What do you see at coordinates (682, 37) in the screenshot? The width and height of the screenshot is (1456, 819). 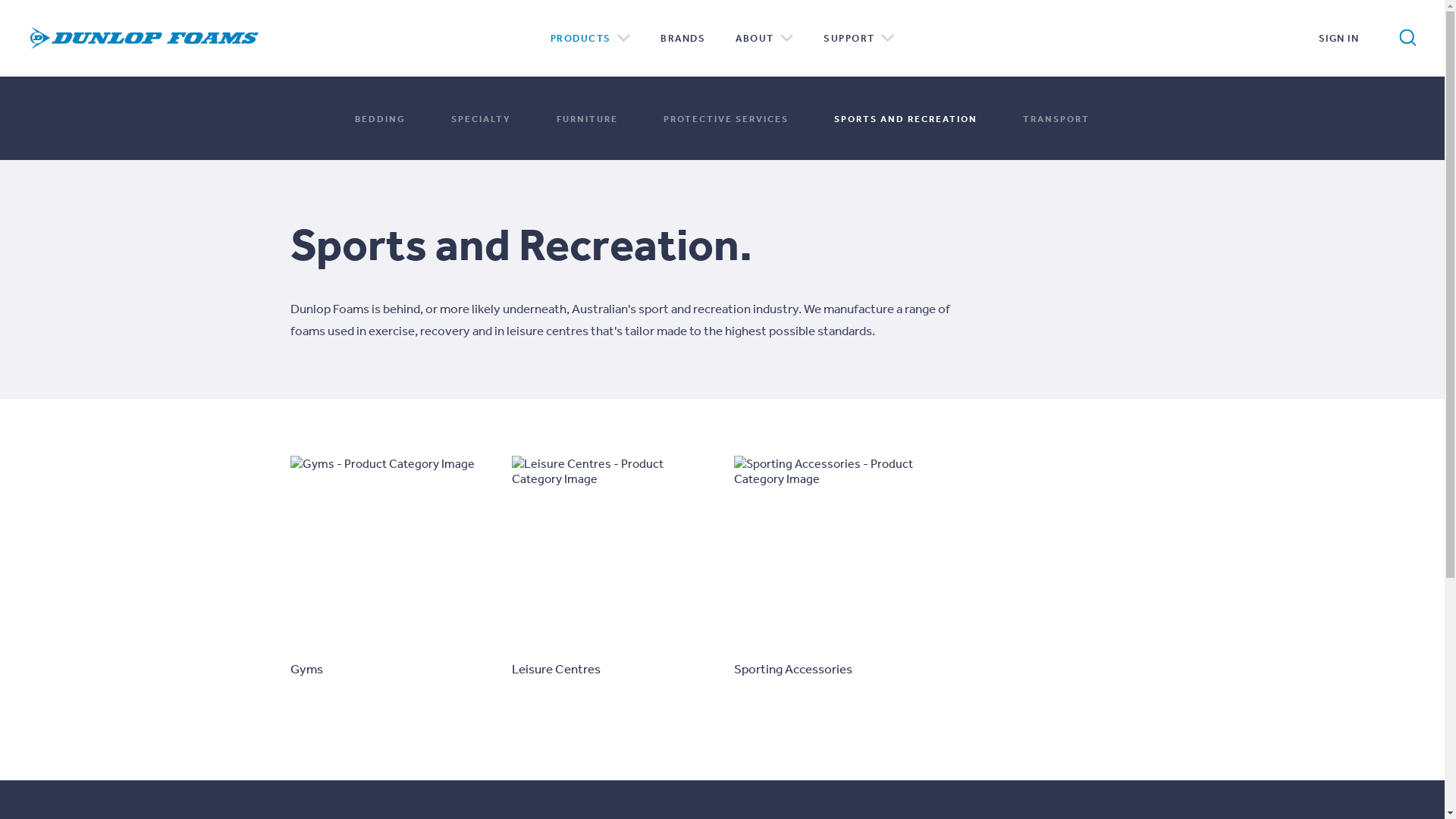 I see `'BRANDS'` at bounding box center [682, 37].